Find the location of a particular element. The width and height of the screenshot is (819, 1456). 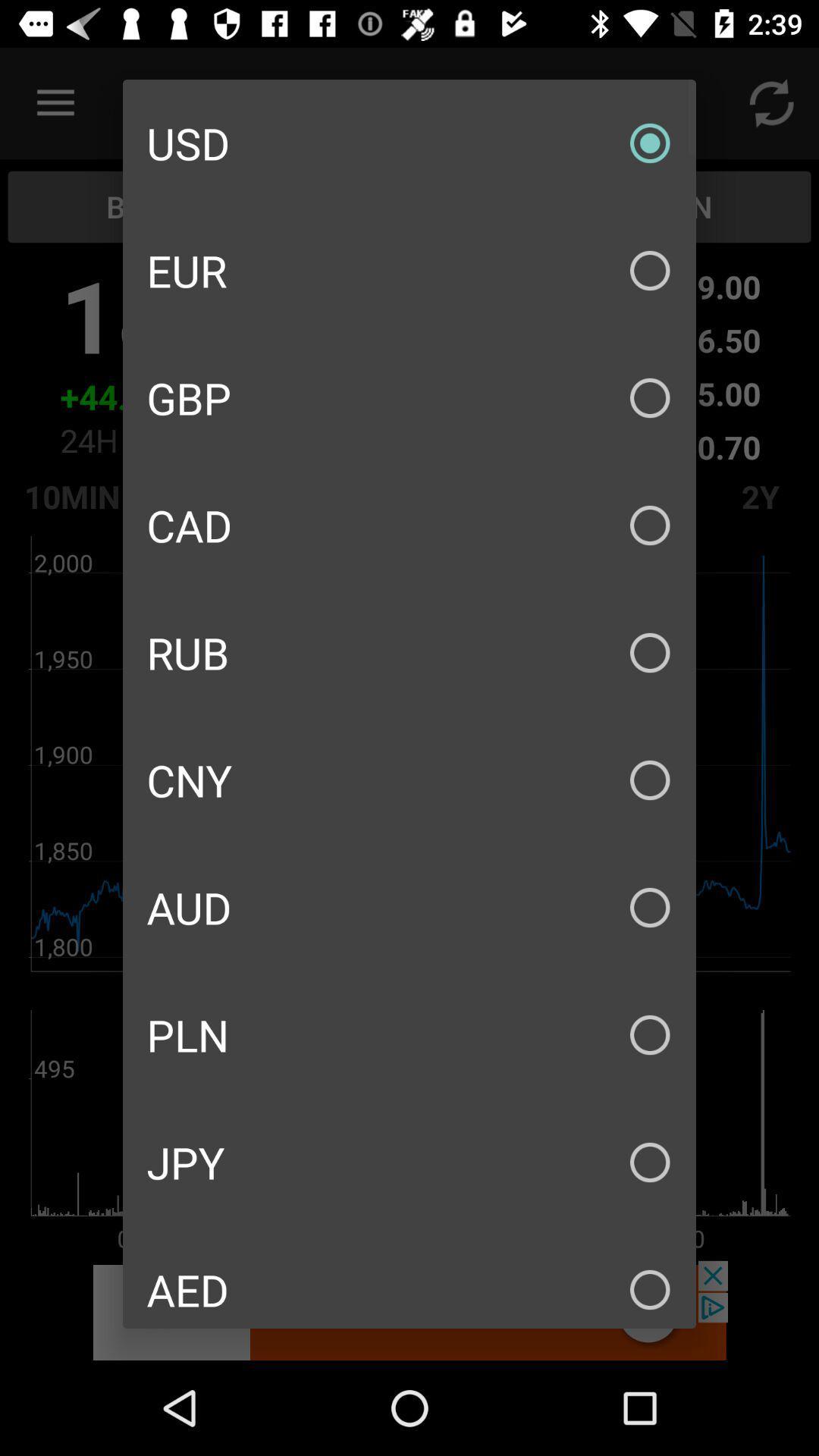

the icon below the eur item is located at coordinates (409, 397).